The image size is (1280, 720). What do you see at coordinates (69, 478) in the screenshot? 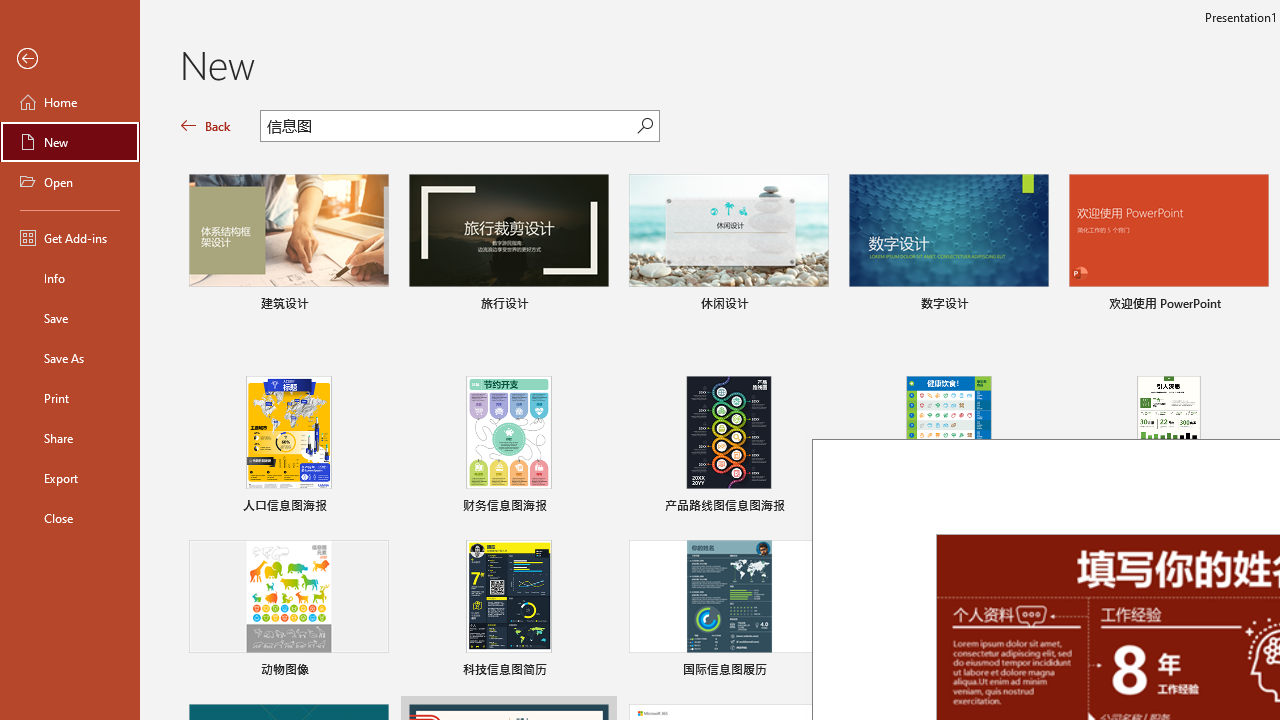
I see `'Export'` at bounding box center [69, 478].